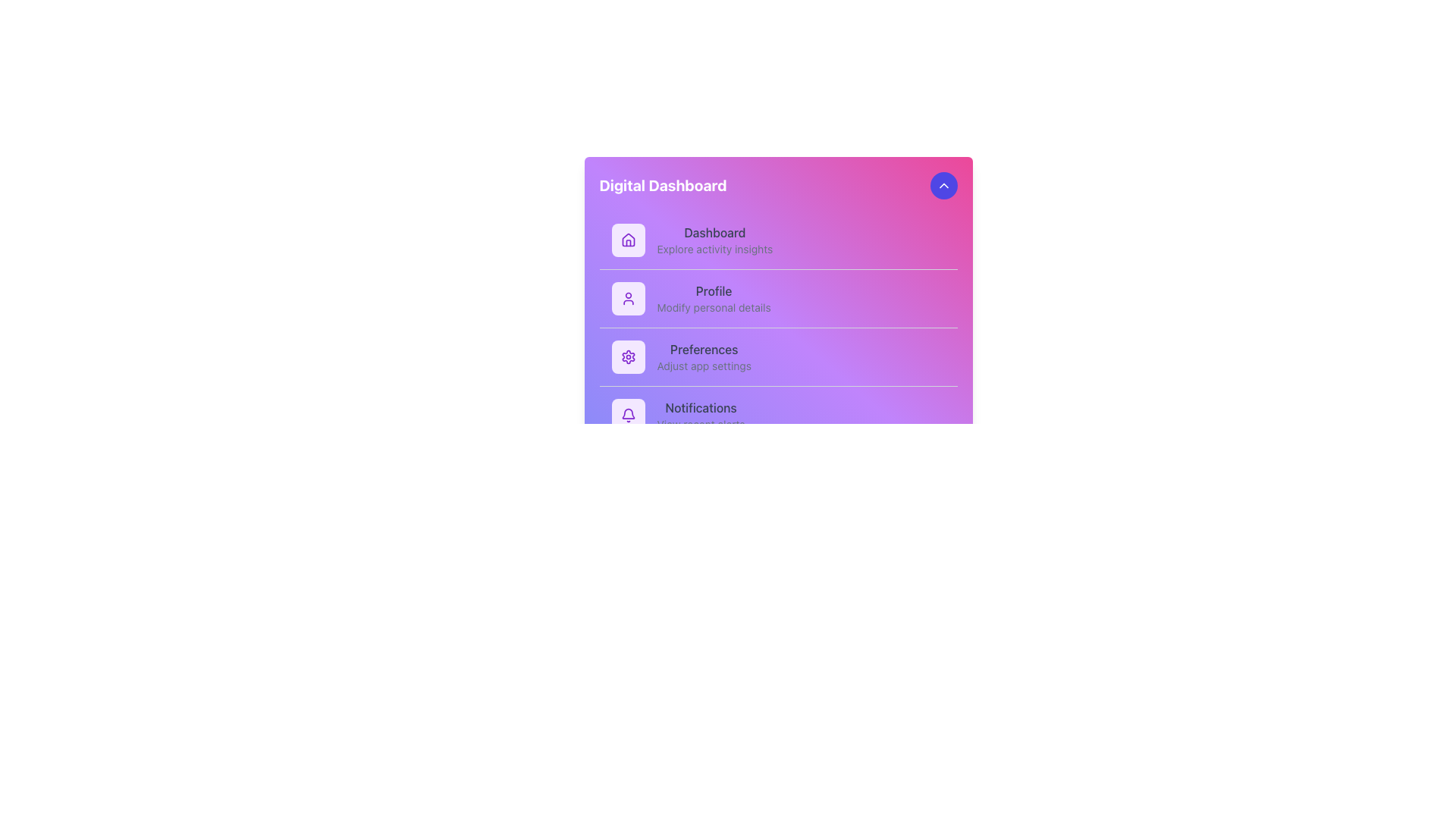  Describe the element at coordinates (628, 239) in the screenshot. I see `the 'Dashboard' icon located at the top of the vertical menu list` at that location.